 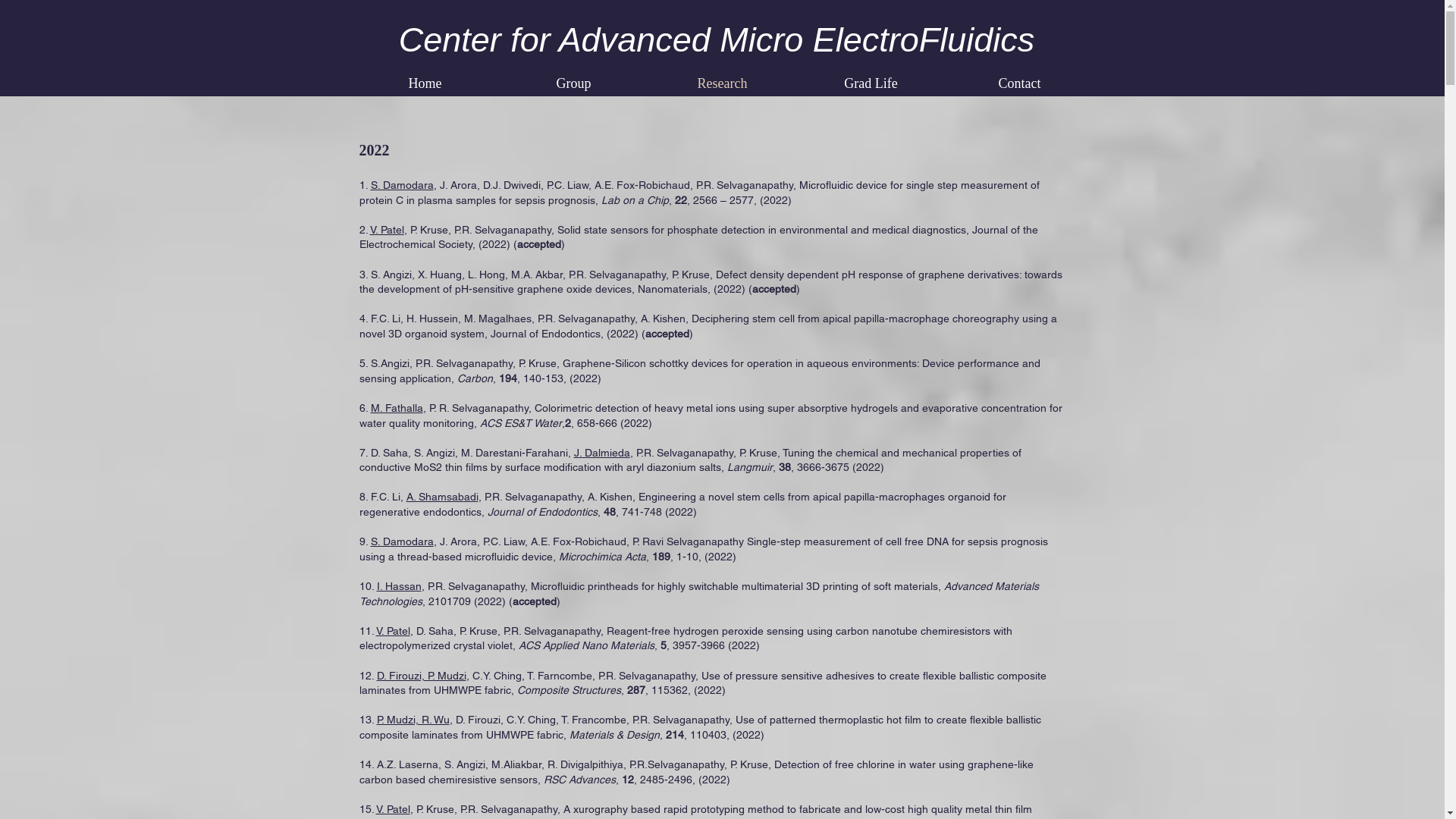 What do you see at coordinates (572, 83) in the screenshot?
I see `'Group'` at bounding box center [572, 83].